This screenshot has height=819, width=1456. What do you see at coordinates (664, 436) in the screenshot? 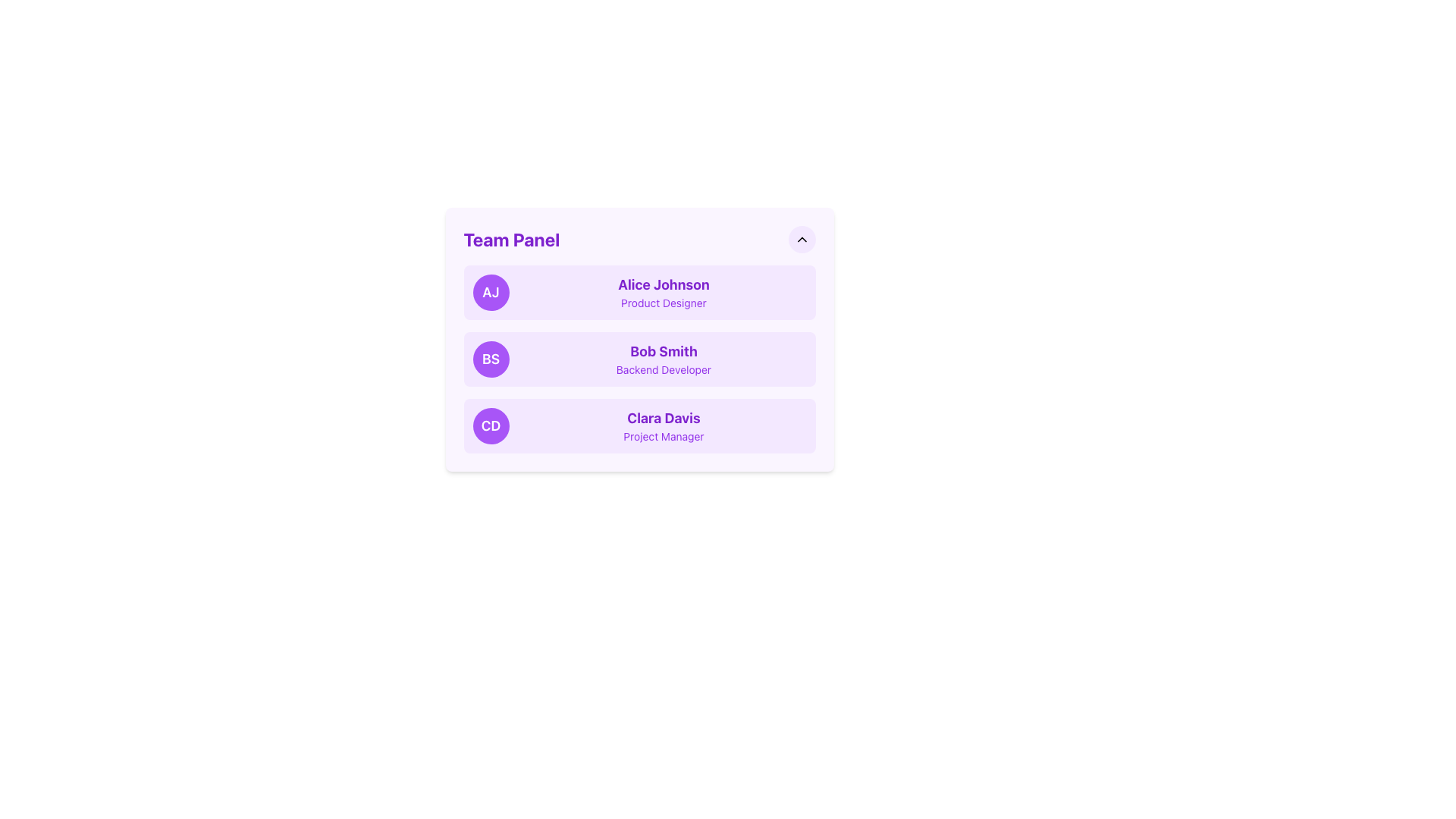
I see `text label that identifies the role or job title of Clara Davis, located directly below her name in the Team Panel` at bounding box center [664, 436].